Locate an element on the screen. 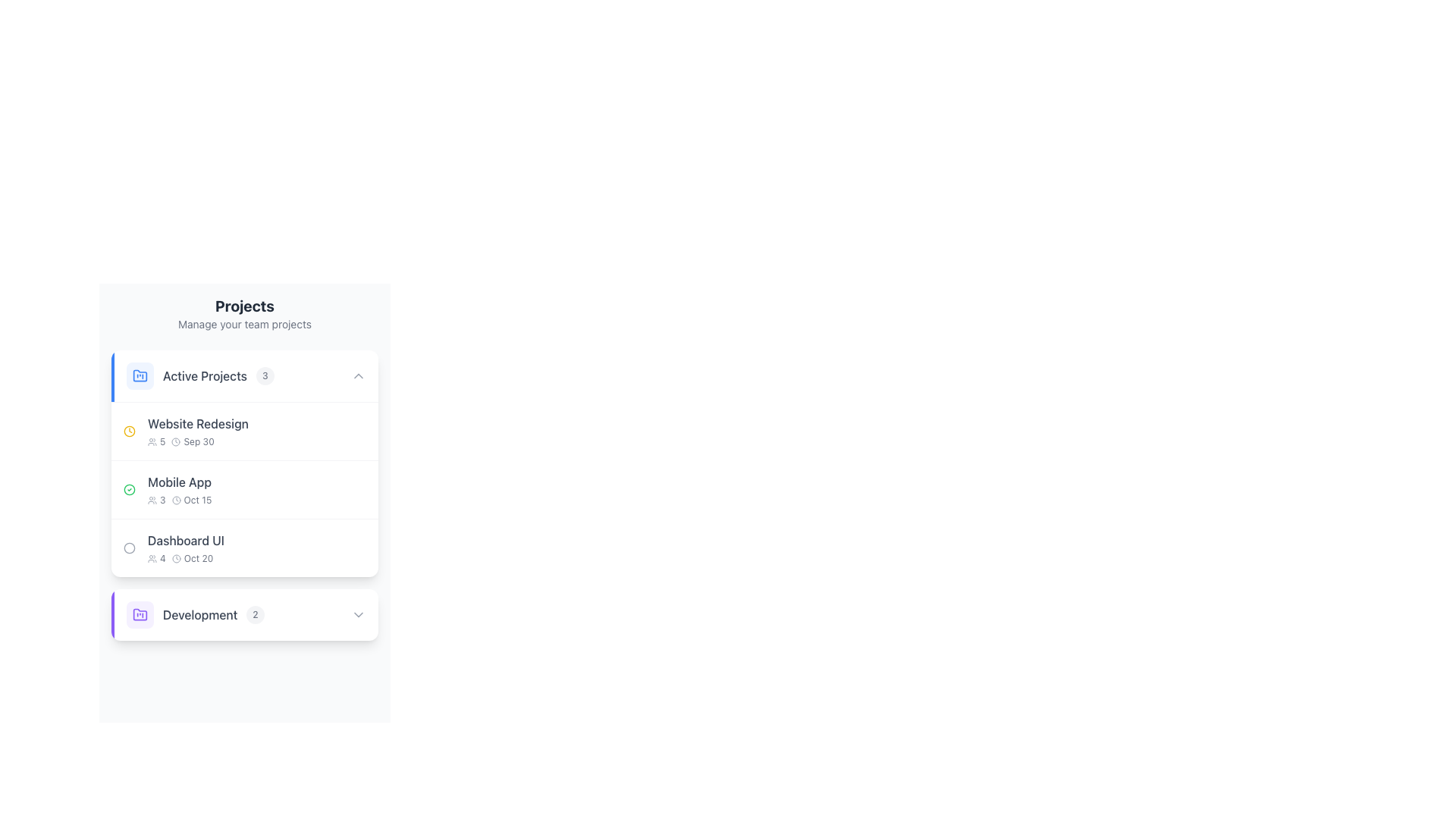  icon associated with the text label displaying the number '3', which is styled in light gray and positioned near the top left of the 'Mobile App' card is located at coordinates (156, 500).